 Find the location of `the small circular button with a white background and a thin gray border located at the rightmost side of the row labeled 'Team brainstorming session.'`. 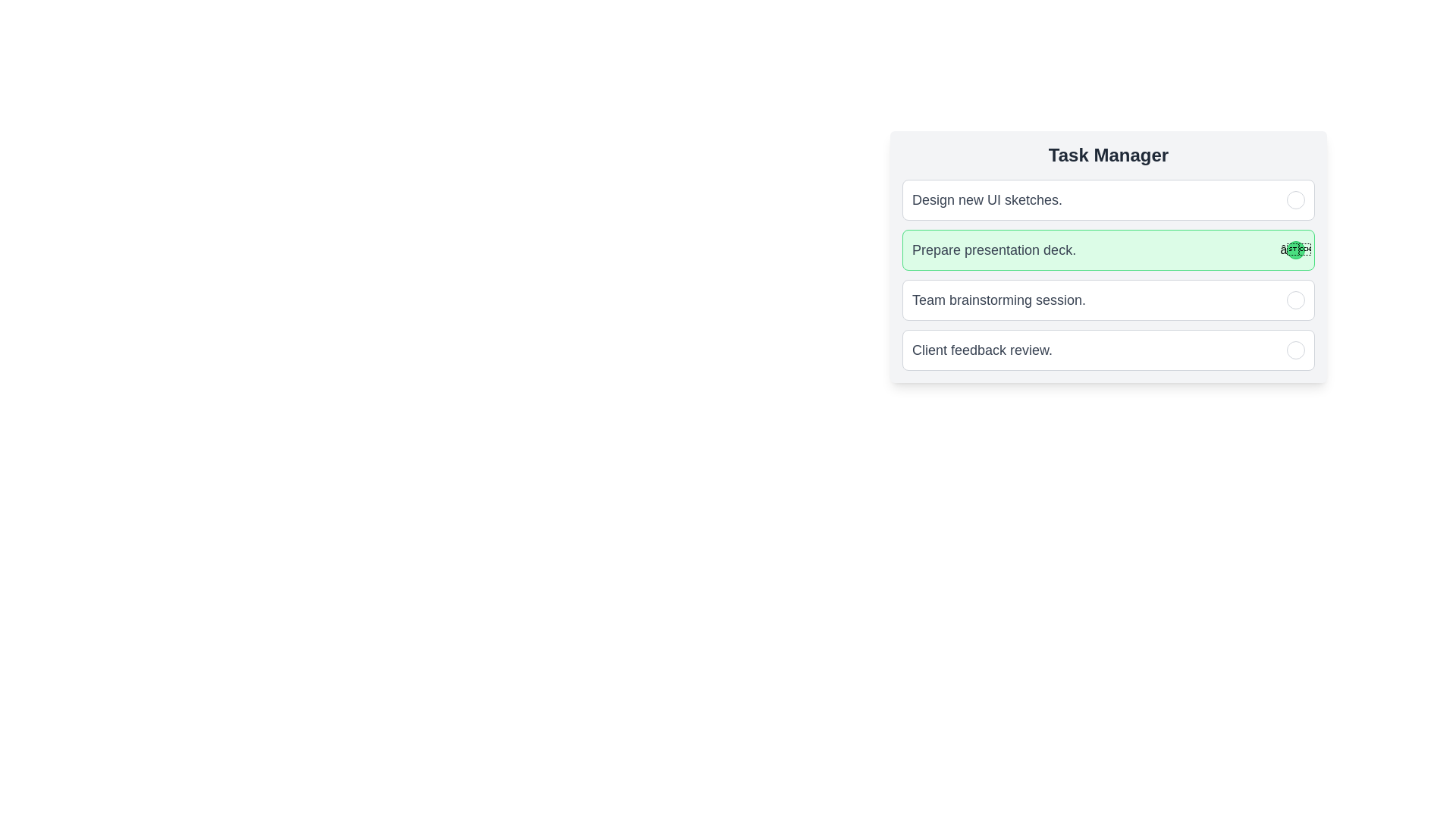

the small circular button with a white background and a thin gray border located at the rightmost side of the row labeled 'Team brainstorming session.' is located at coordinates (1294, 300).